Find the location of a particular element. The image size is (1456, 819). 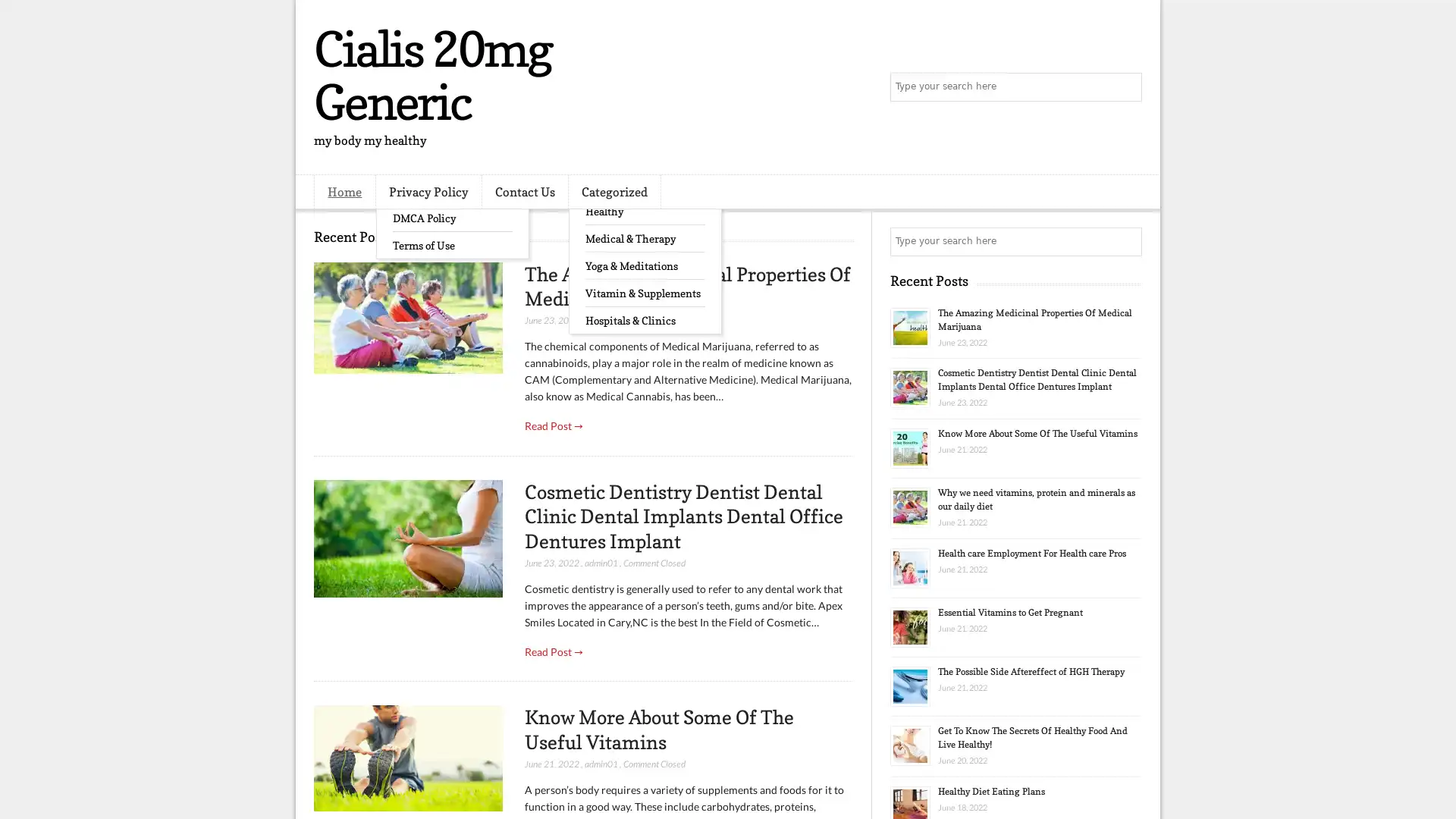

Search is located at coordinates (1126, 87).